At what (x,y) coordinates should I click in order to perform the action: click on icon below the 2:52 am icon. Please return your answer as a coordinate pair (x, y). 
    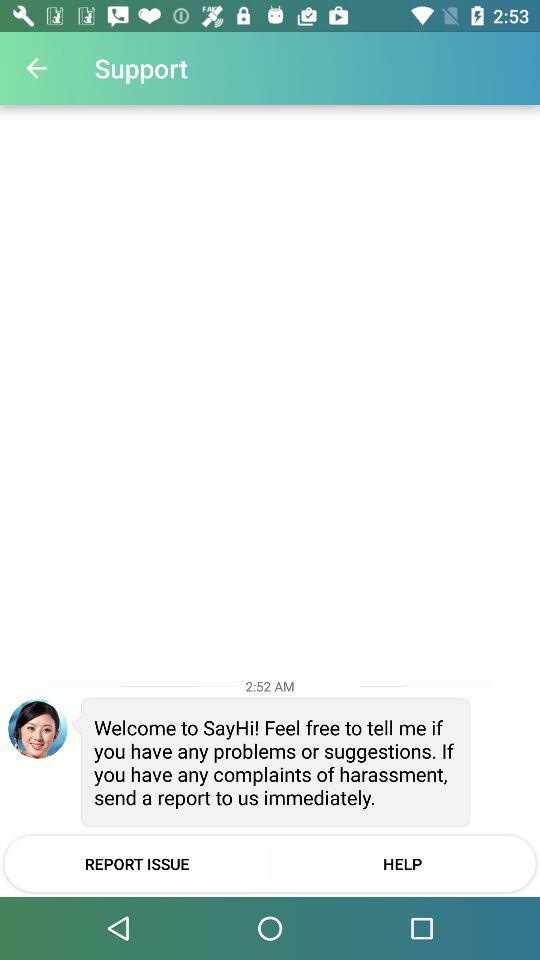
    Looking at the image, I should click on (37, 728).